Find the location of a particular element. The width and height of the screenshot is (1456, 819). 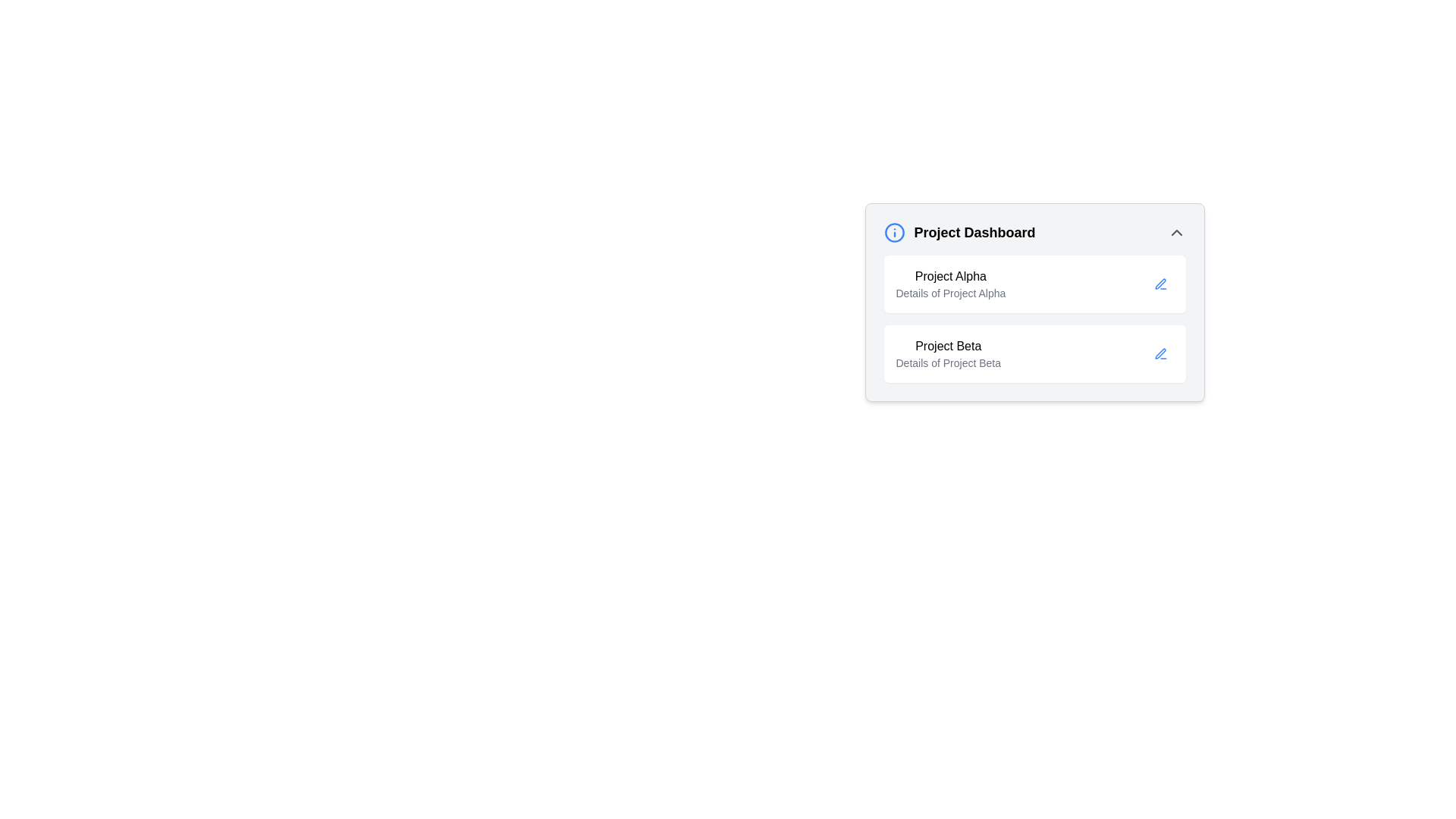

the text label that reads 'Details of Project Beta', which is styled in light gray and positioned directly below the 'Project Beta' heading in the Project Dashboard is located at coordinates (947, 362).